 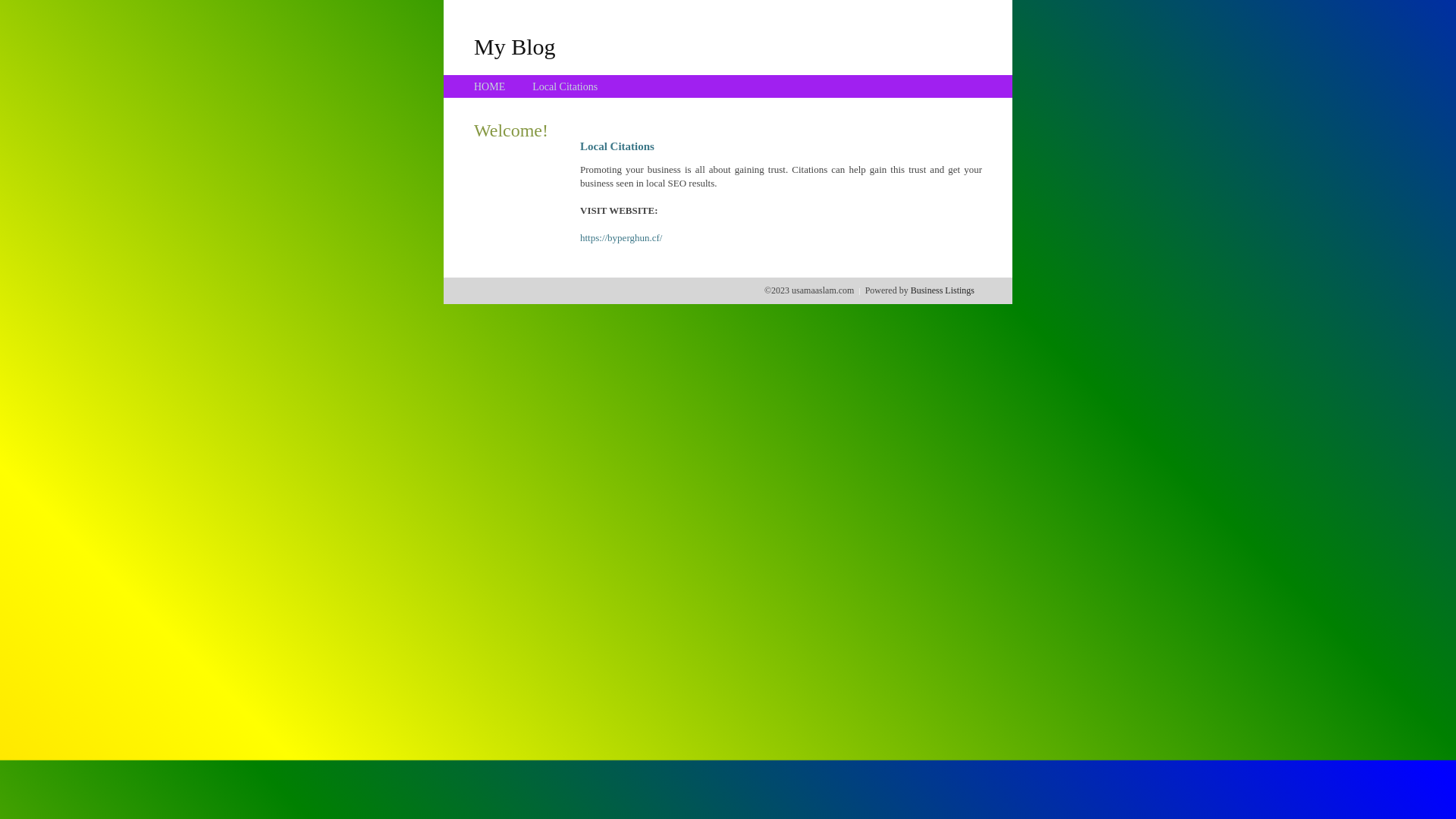 I want to click on 'https://byperghun.cf/', so click(x=579, y=237).